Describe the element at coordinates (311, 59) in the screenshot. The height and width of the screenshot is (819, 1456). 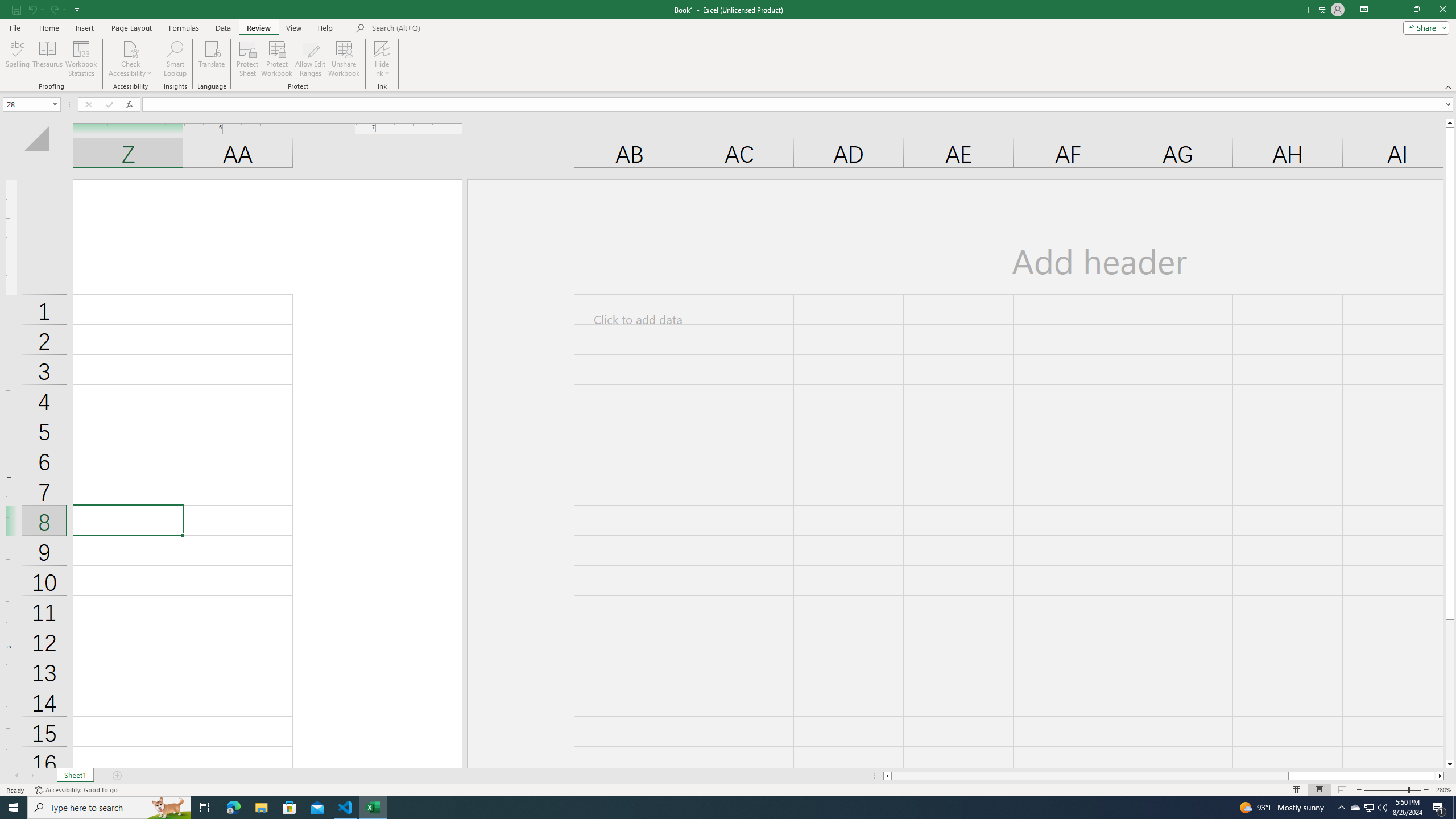
I see `'Allow Edit Ranges'` at that location.